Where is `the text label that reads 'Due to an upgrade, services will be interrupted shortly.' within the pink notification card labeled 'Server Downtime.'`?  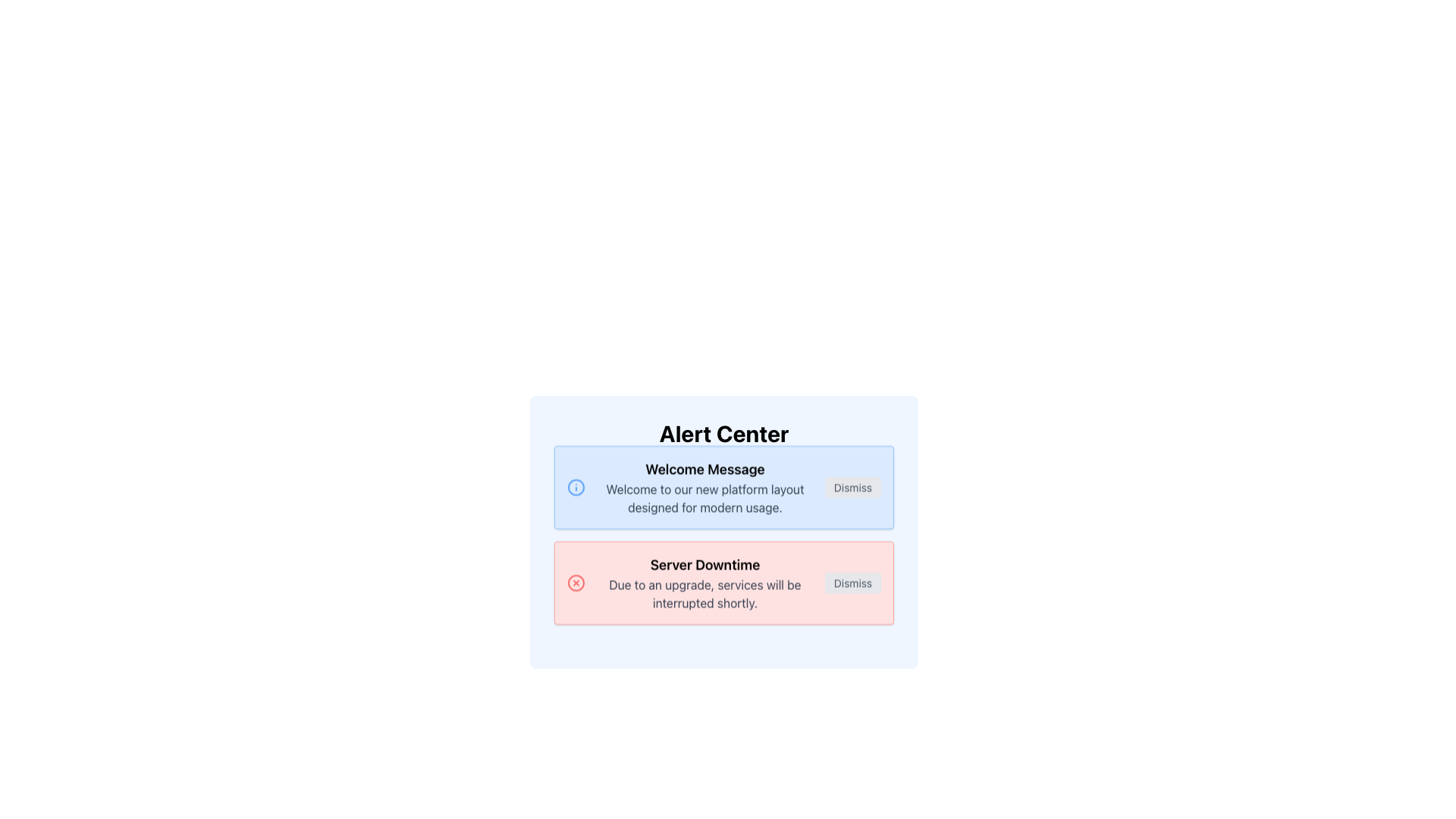 the text label that reads 'Due to an upgrade, services will be interrupted shortly.' within the pink notification card labeled 'Server Downtime.' is located at coordinates (704, 606).